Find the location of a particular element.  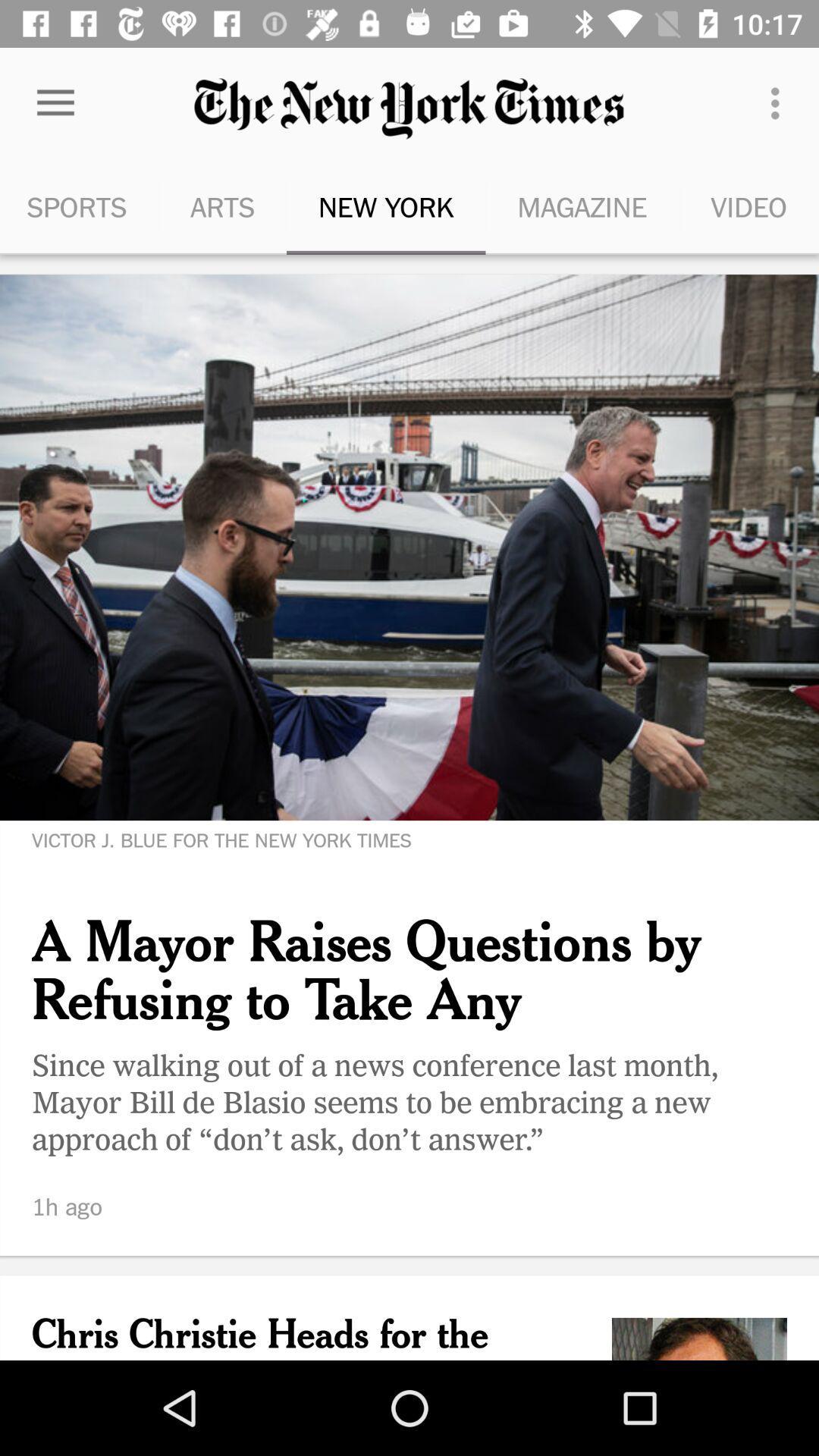

item next to magazine icon is located at coordinates (779, 102).